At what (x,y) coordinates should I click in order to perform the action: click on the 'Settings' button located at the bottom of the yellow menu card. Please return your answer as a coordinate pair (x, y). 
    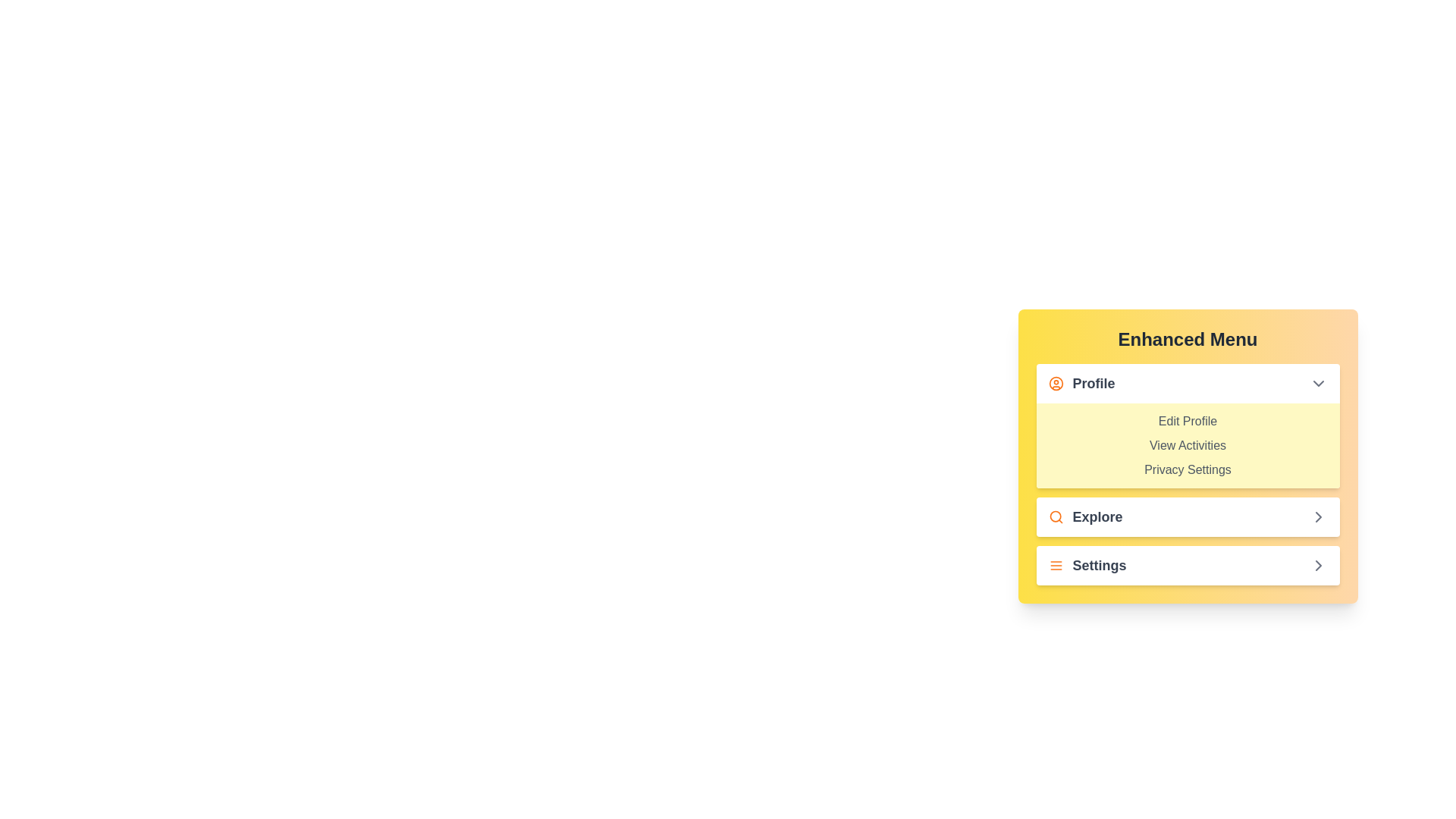
    Looking at the image, I should click on (1087, 565).